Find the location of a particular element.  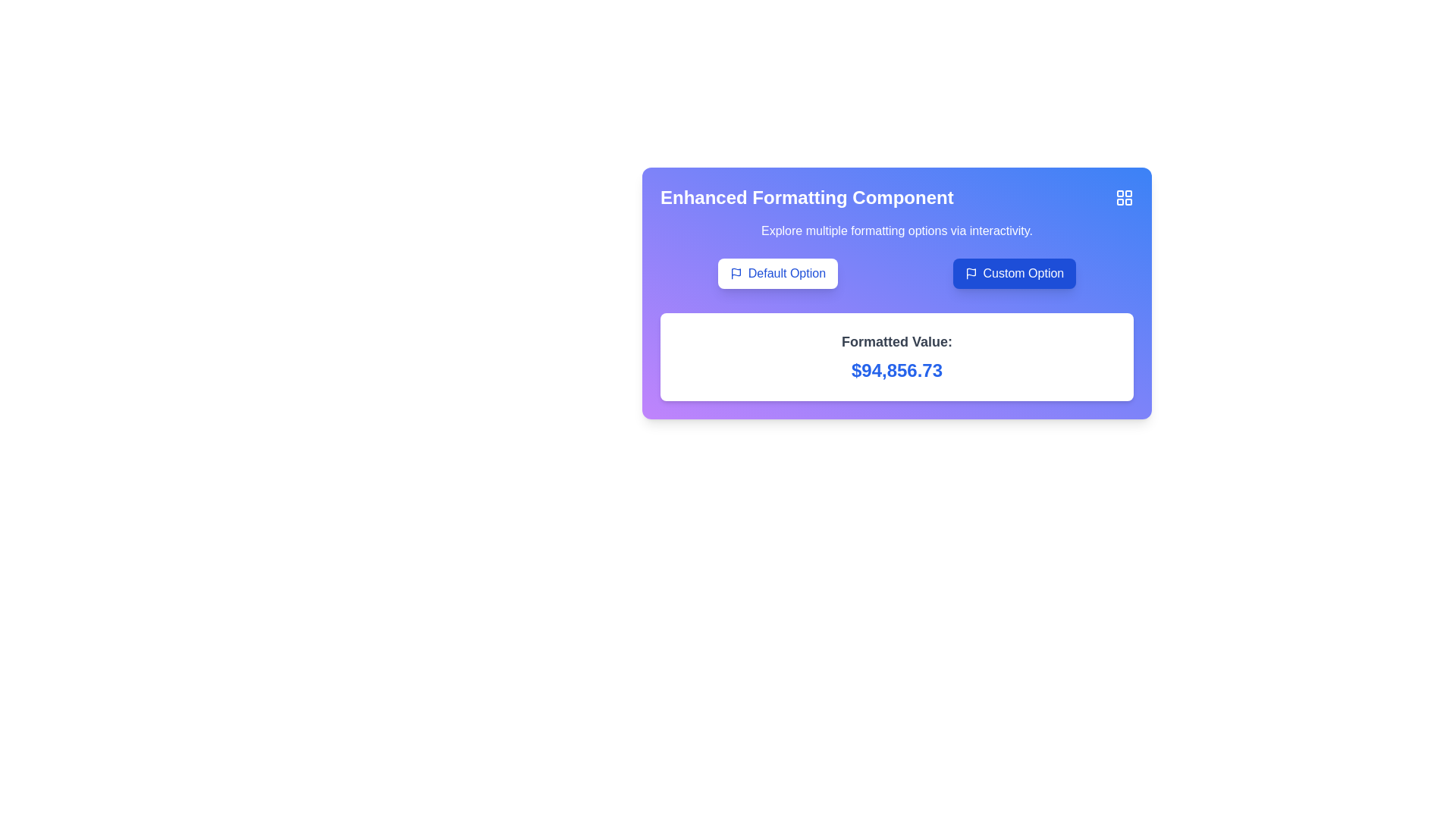

the text label 'Custom Option' within the button is located at coordinates (1023, 274).